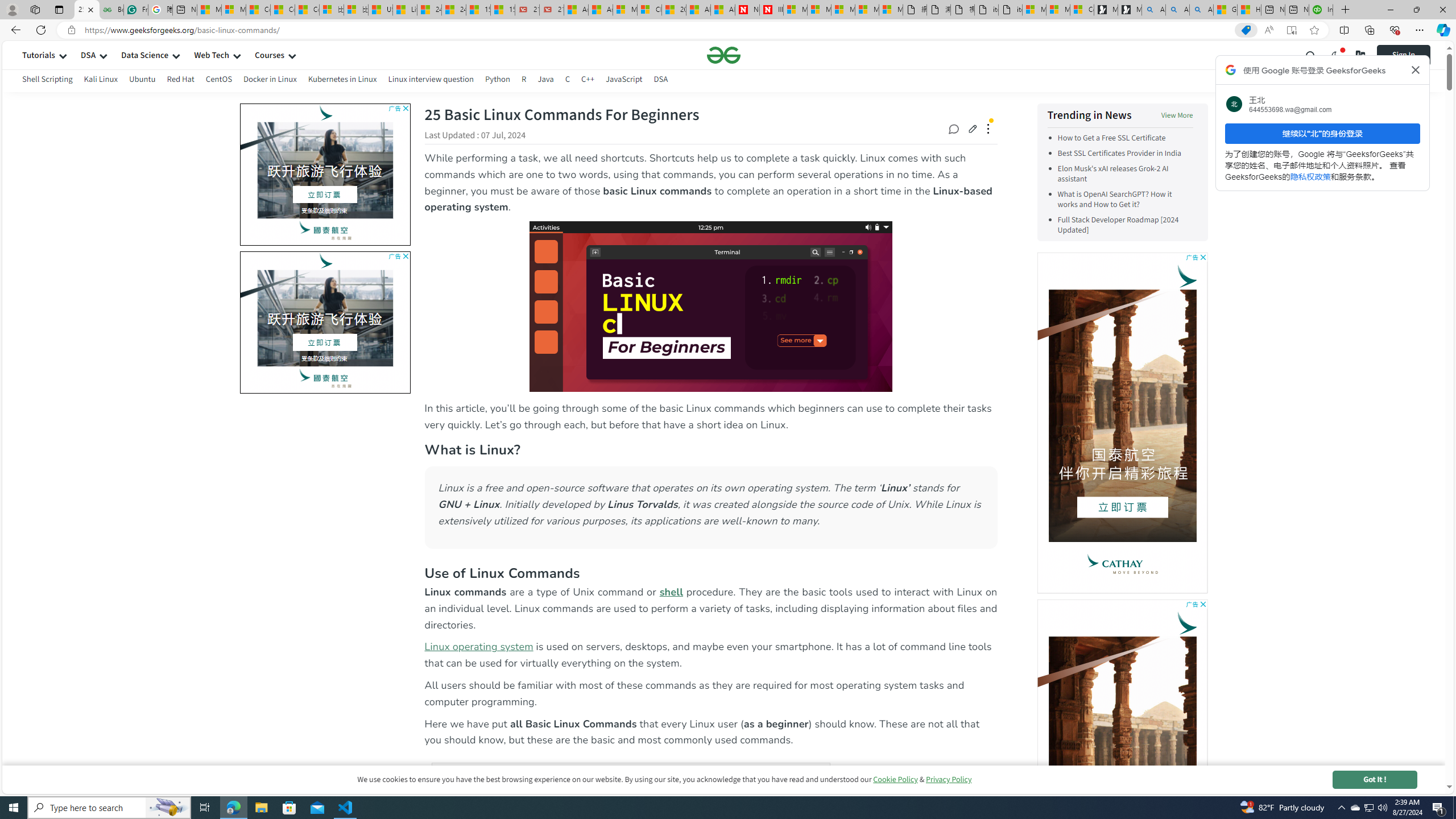  Describe the element at coordinates (1124, 174) in the screenshot. I see `'Elon Musk'` at that location.